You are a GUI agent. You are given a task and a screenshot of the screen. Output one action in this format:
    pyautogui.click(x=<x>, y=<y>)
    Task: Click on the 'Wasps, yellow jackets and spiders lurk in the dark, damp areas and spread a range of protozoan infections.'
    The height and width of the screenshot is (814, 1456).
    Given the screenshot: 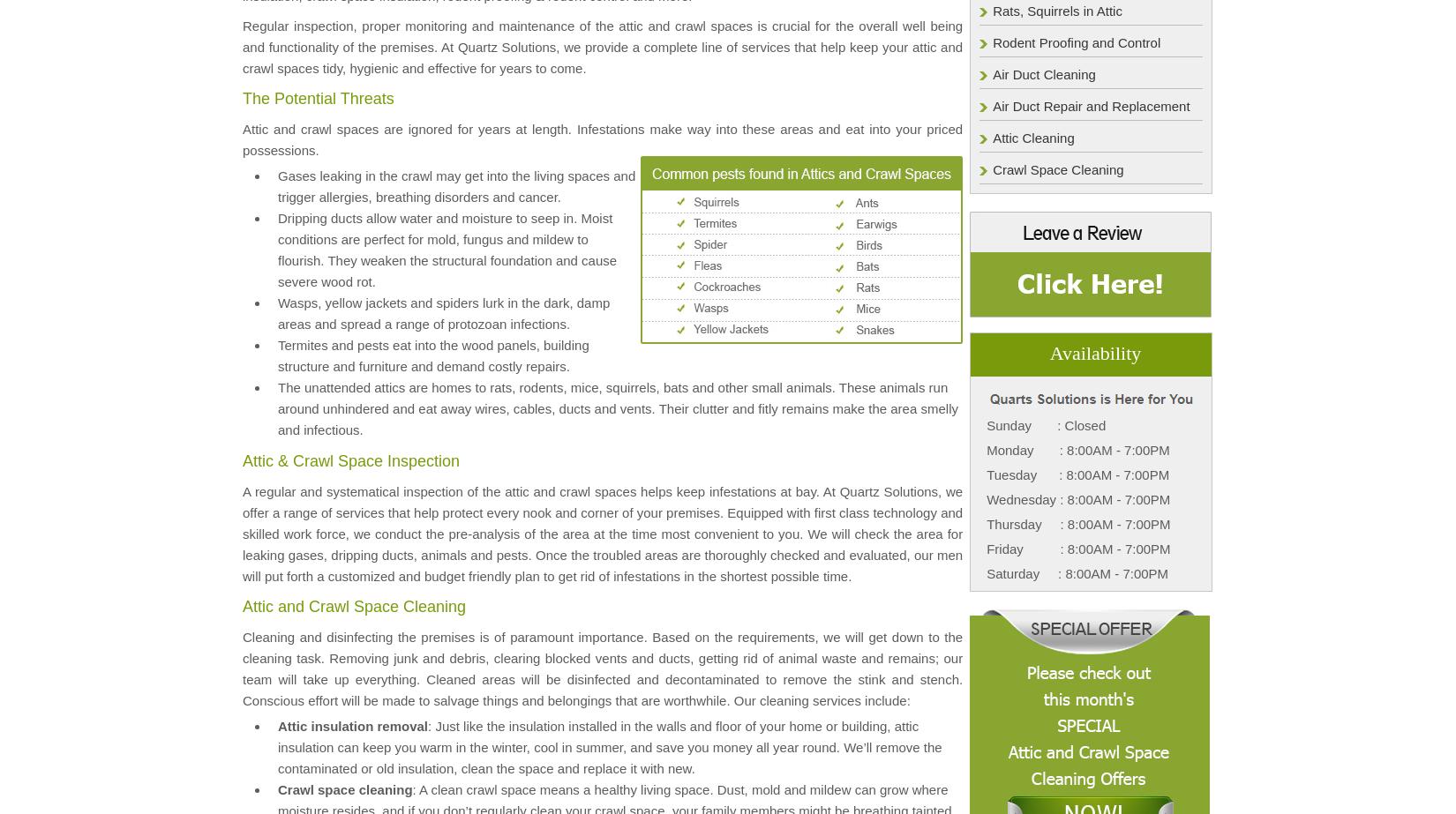 What is the action you would take?
    pyautogui.click(x=442, y=312)
    